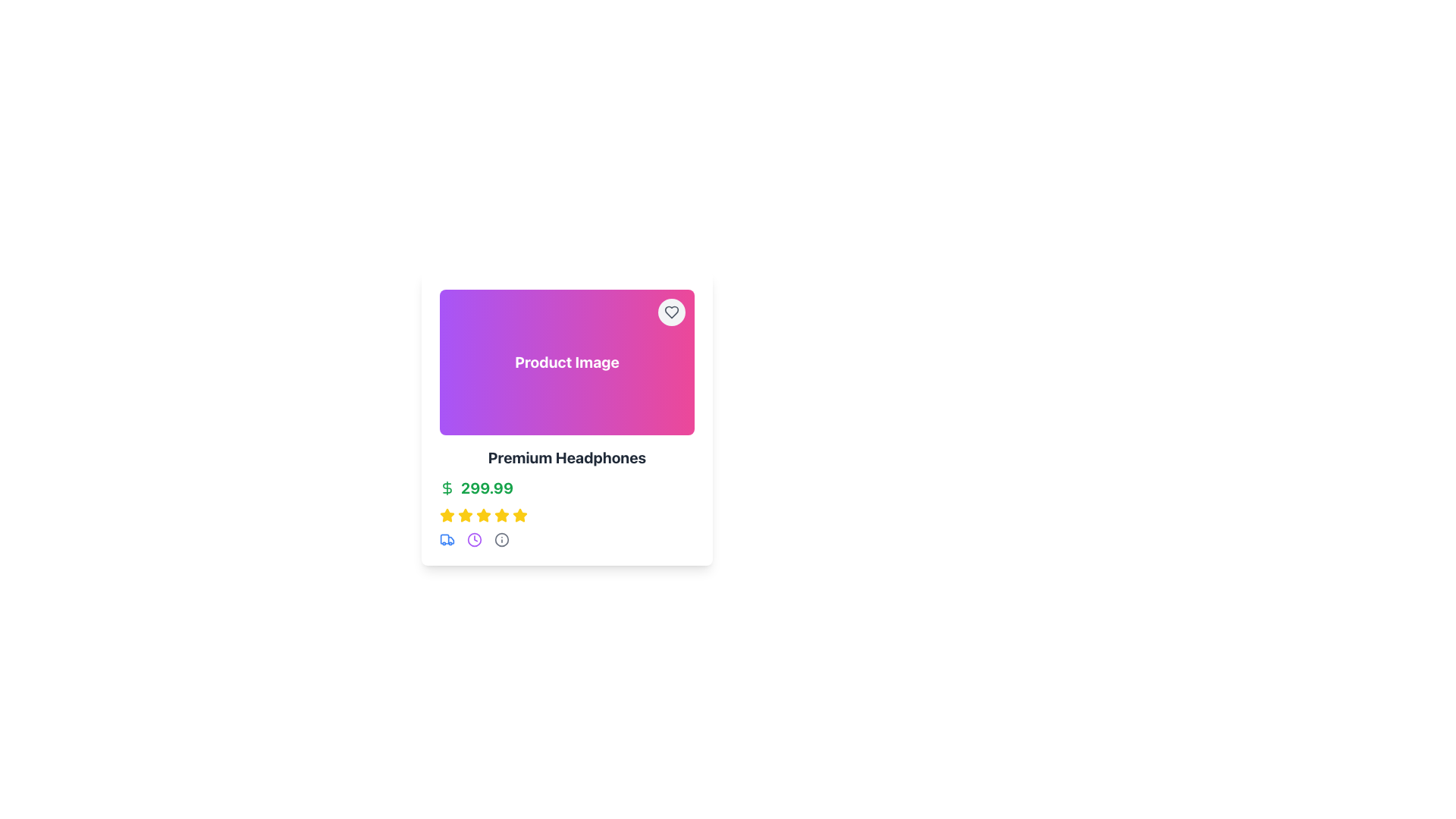 The image size is (1456, 819). What do you see at coordinates (487, 488) in the screenshot?
I see `bolded, green-colored text label displaying the value '299.99', which is a prominent feature below the product title` at bounding box center [487, 488].